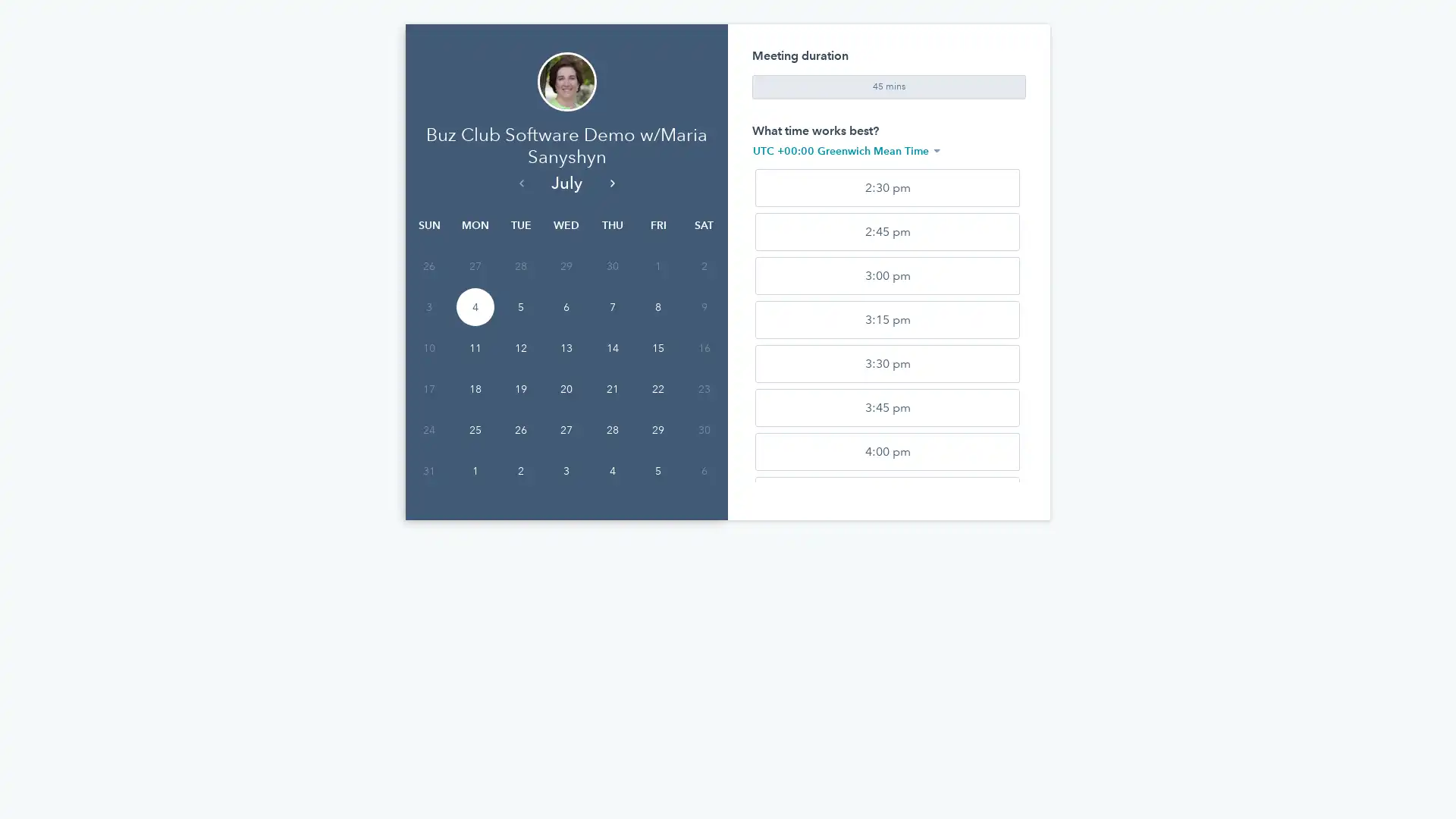  I want to click on July 15th, so click(658, 405).